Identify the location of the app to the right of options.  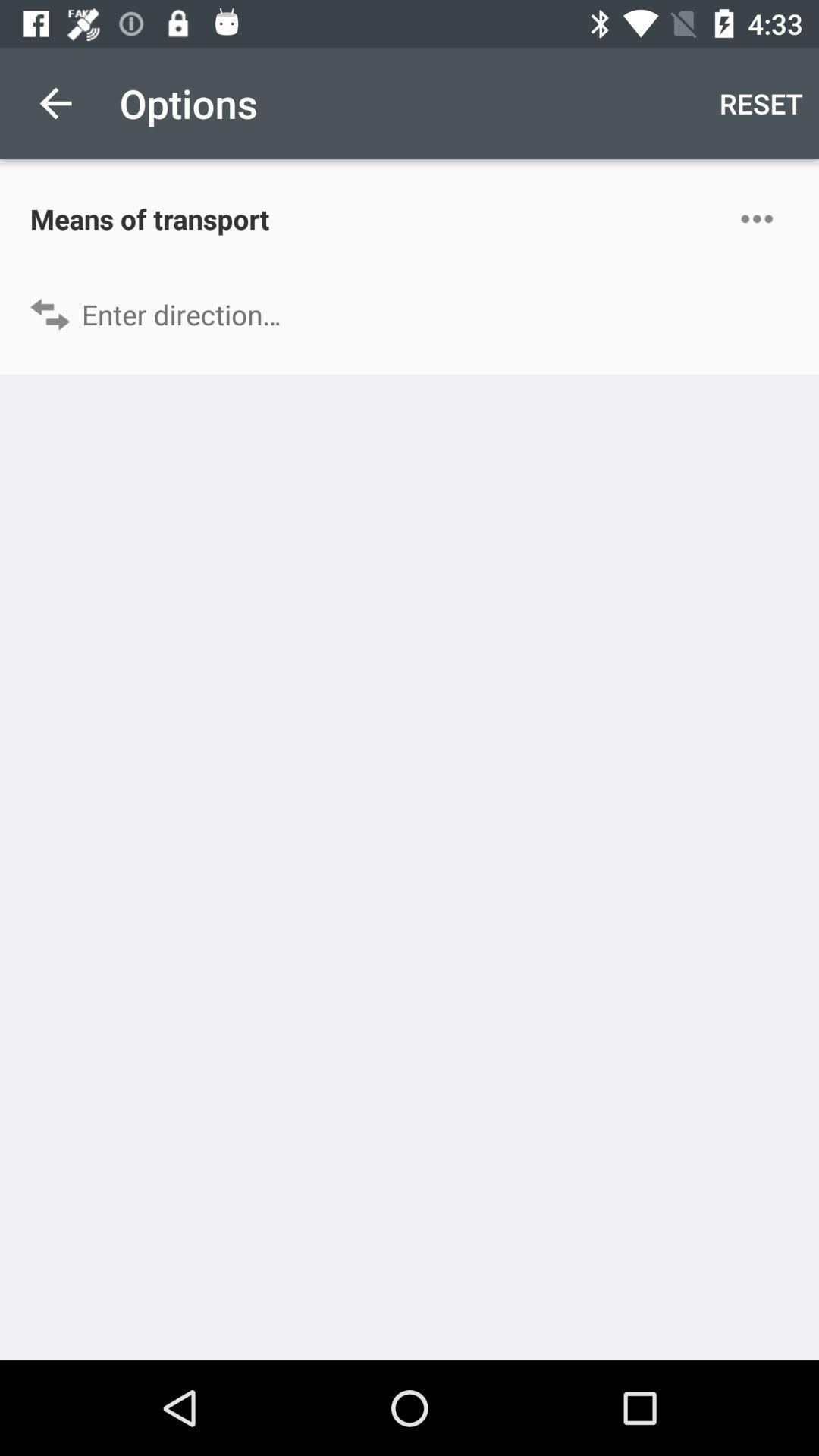
(761, 102).